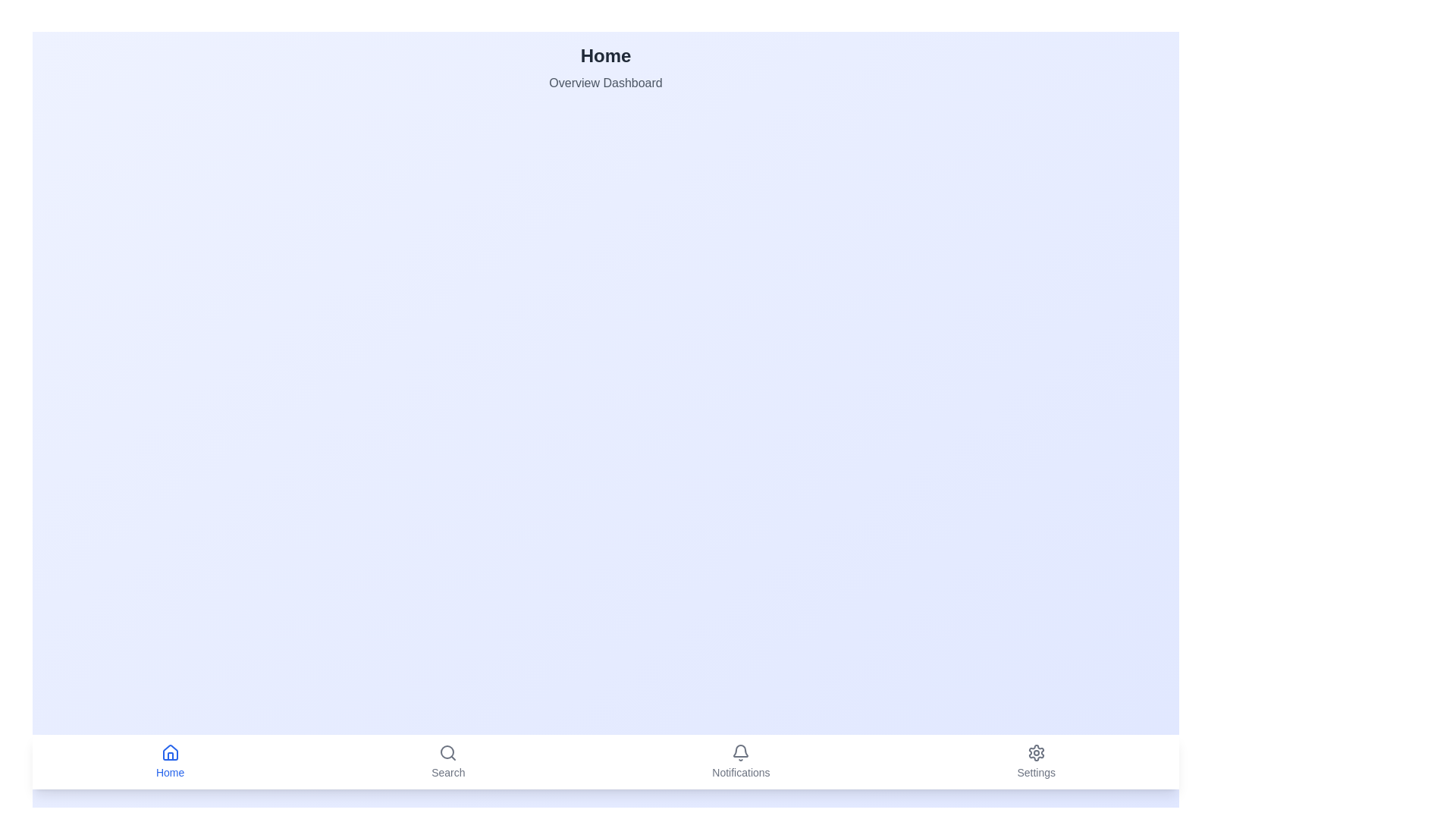  I want to click on the Search tab in the bottom navigation bar to view its title and description, so click(447, 762).